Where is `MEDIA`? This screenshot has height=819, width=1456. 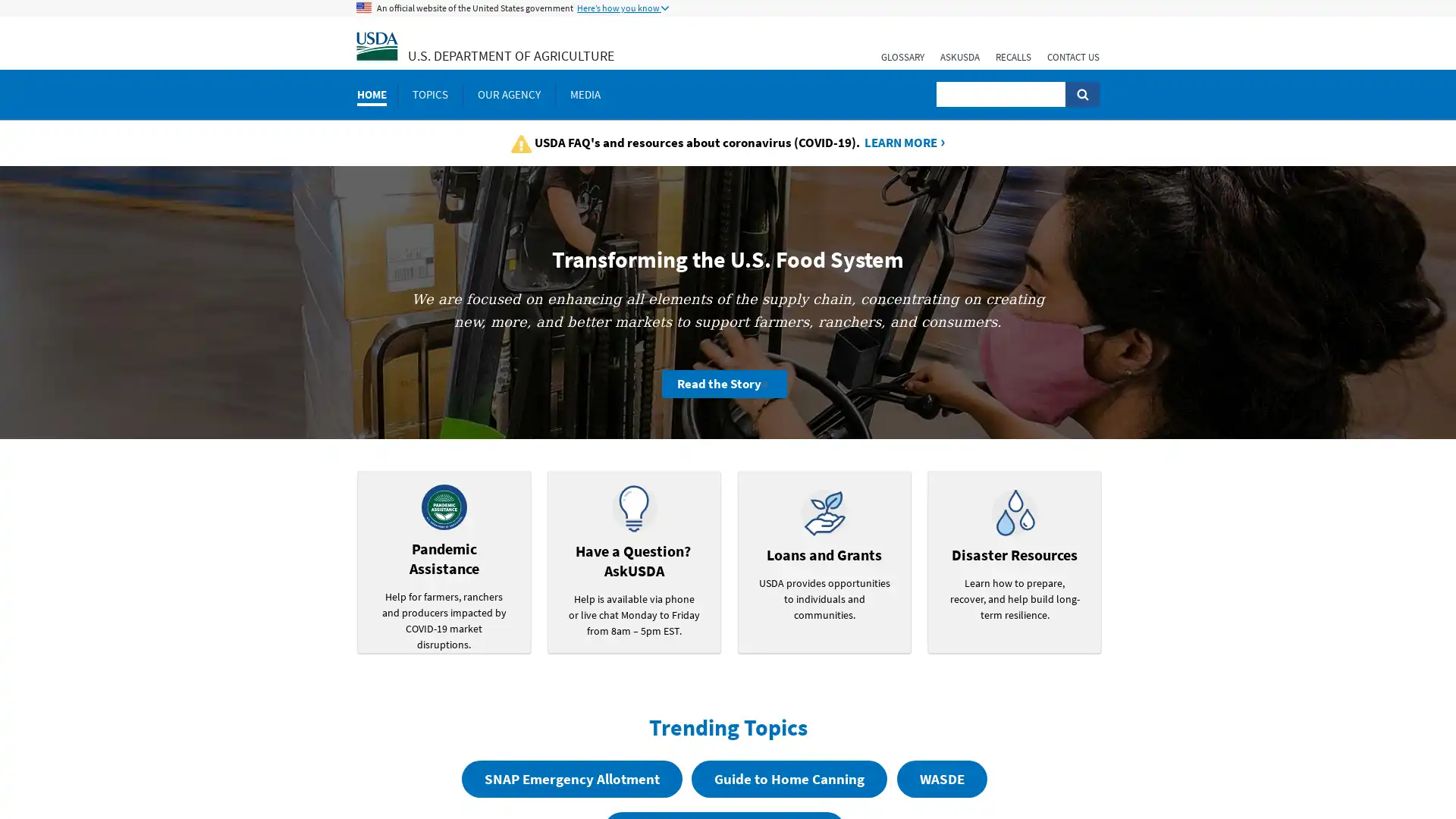
MEDIA is located at coordinates (585, 94).